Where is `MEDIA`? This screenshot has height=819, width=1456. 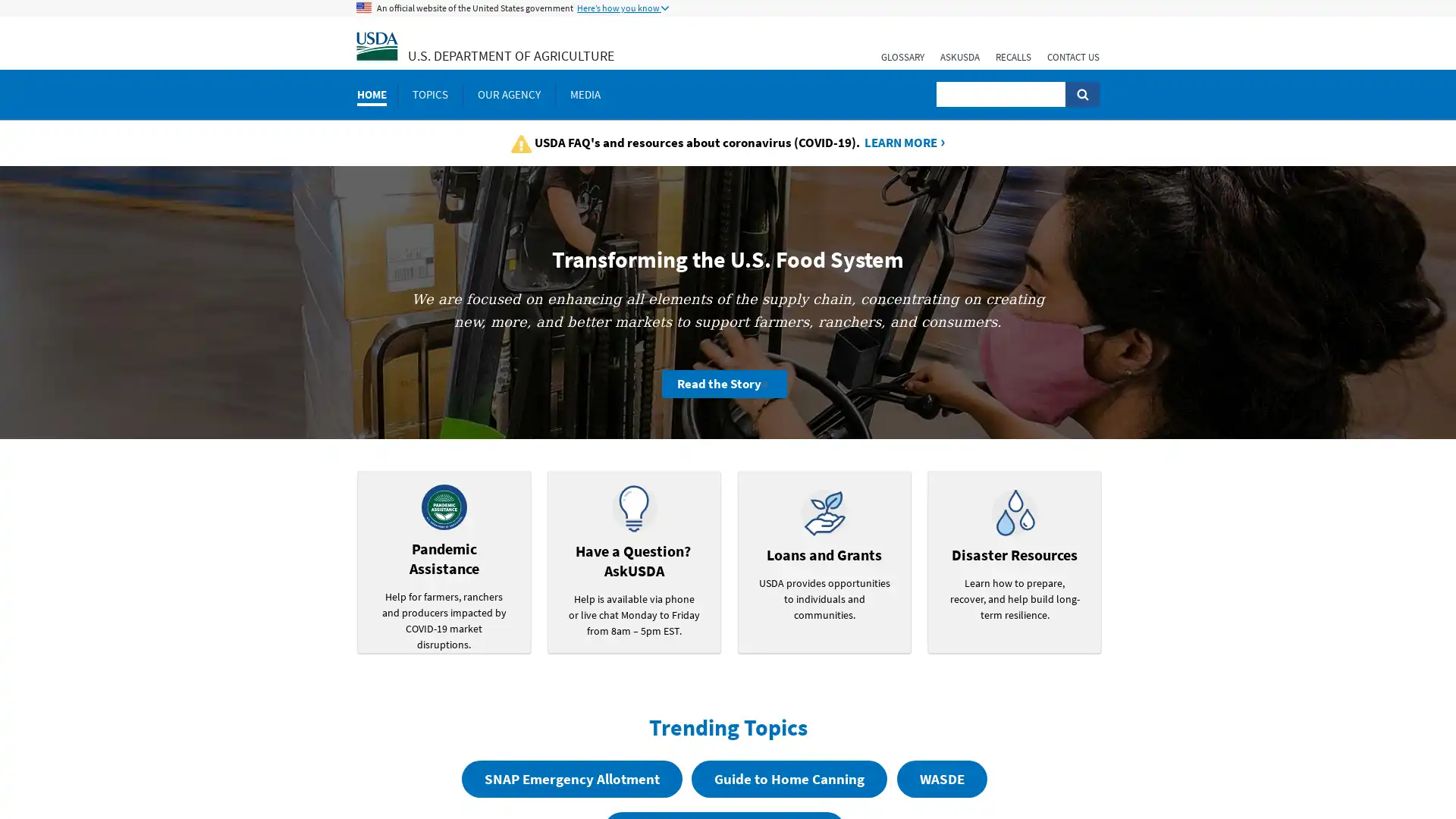
MEDIA is located at coordinates (585, 94).